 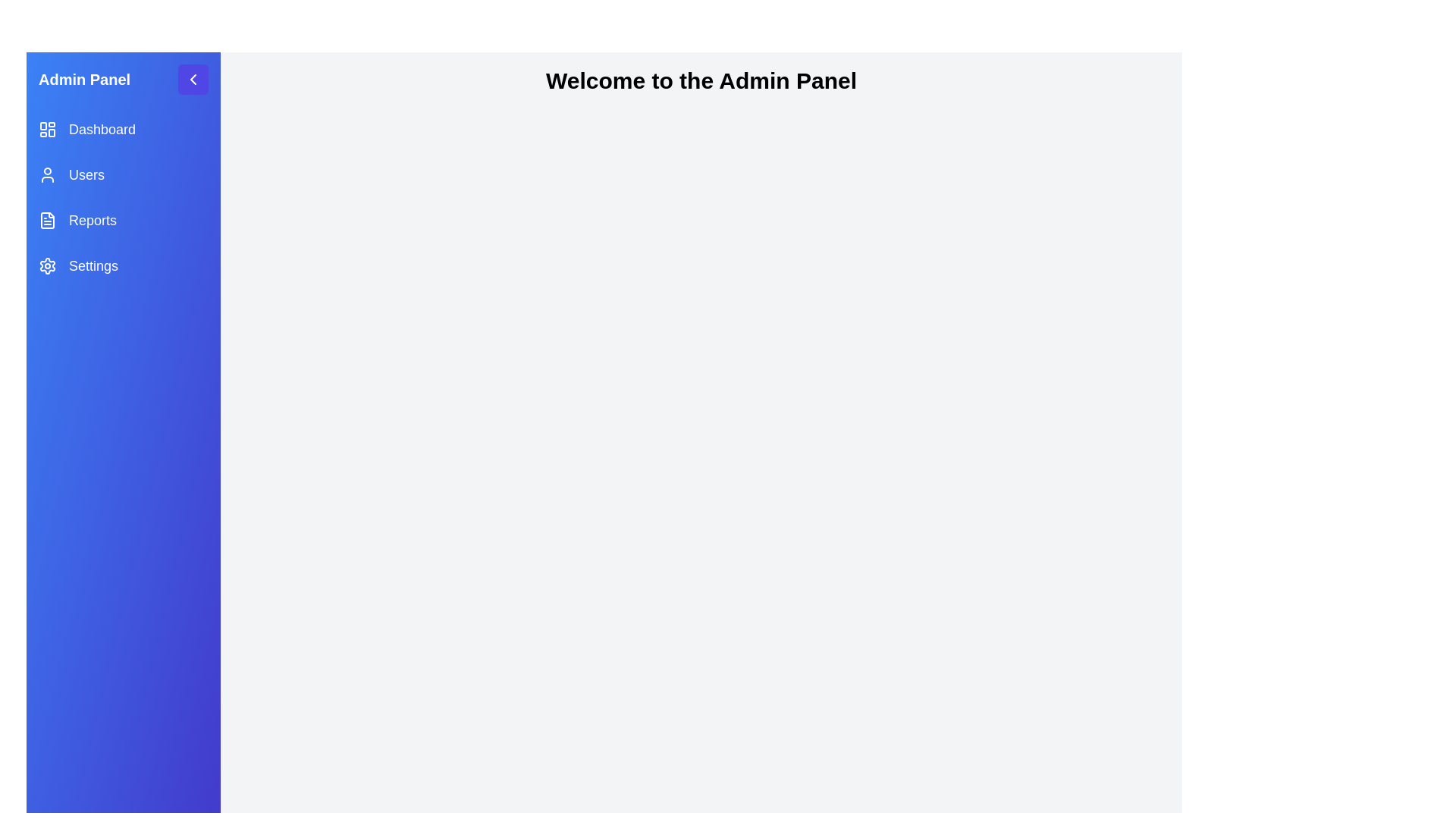 What do you see at coordinates (93, 265) in the screenshot?
I see `'Settings' text label within the navigation menu, which is displayed in white over a blue background, clearly visible and aligned horizontally` at bounding box center [93, 265].